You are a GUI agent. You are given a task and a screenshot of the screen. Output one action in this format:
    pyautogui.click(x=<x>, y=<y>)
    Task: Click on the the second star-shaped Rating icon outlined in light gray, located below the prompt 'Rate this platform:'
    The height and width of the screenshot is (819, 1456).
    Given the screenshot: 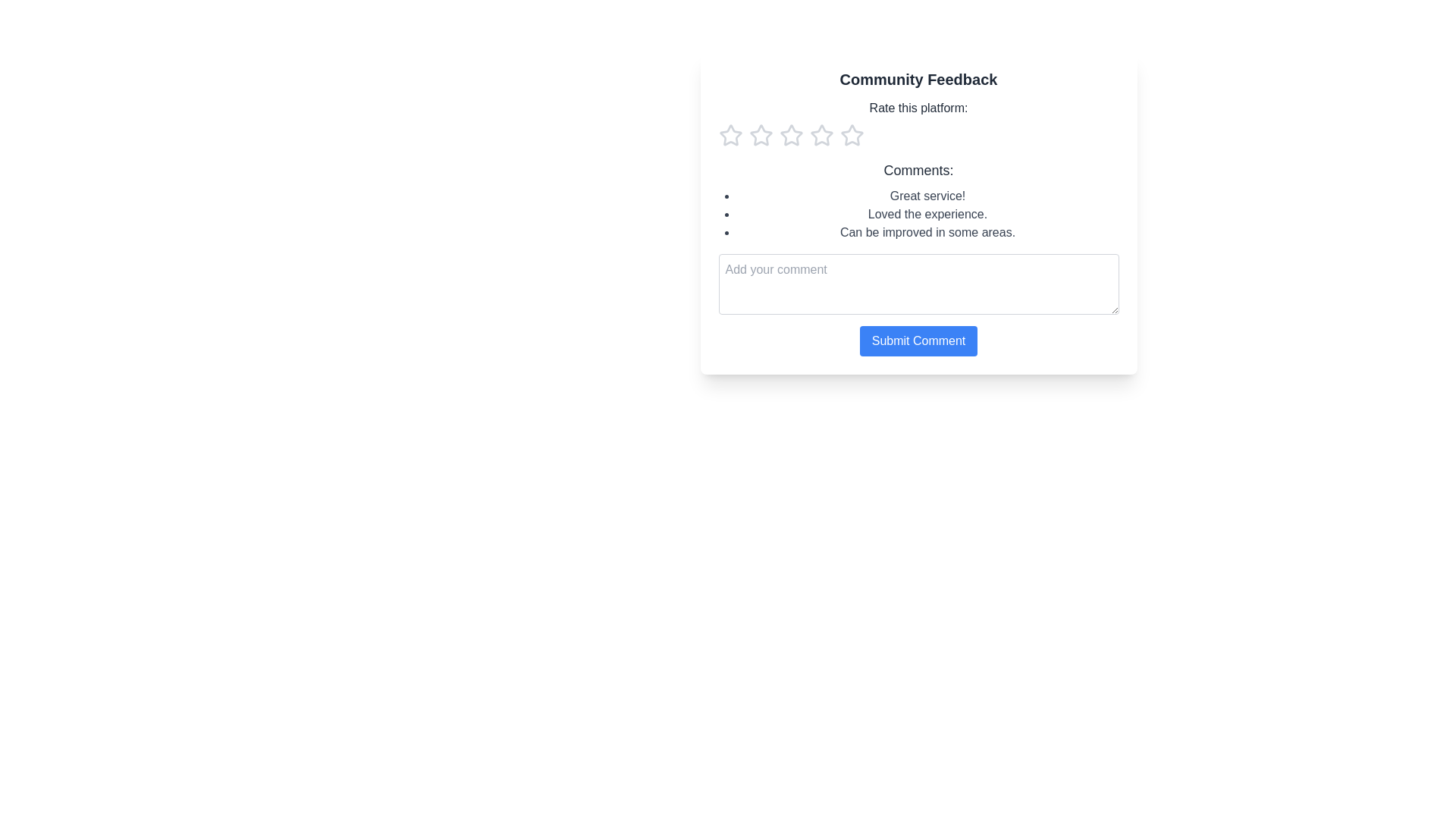 What is the action you would take?
    pyautogui.click(x=761, y=134)
    